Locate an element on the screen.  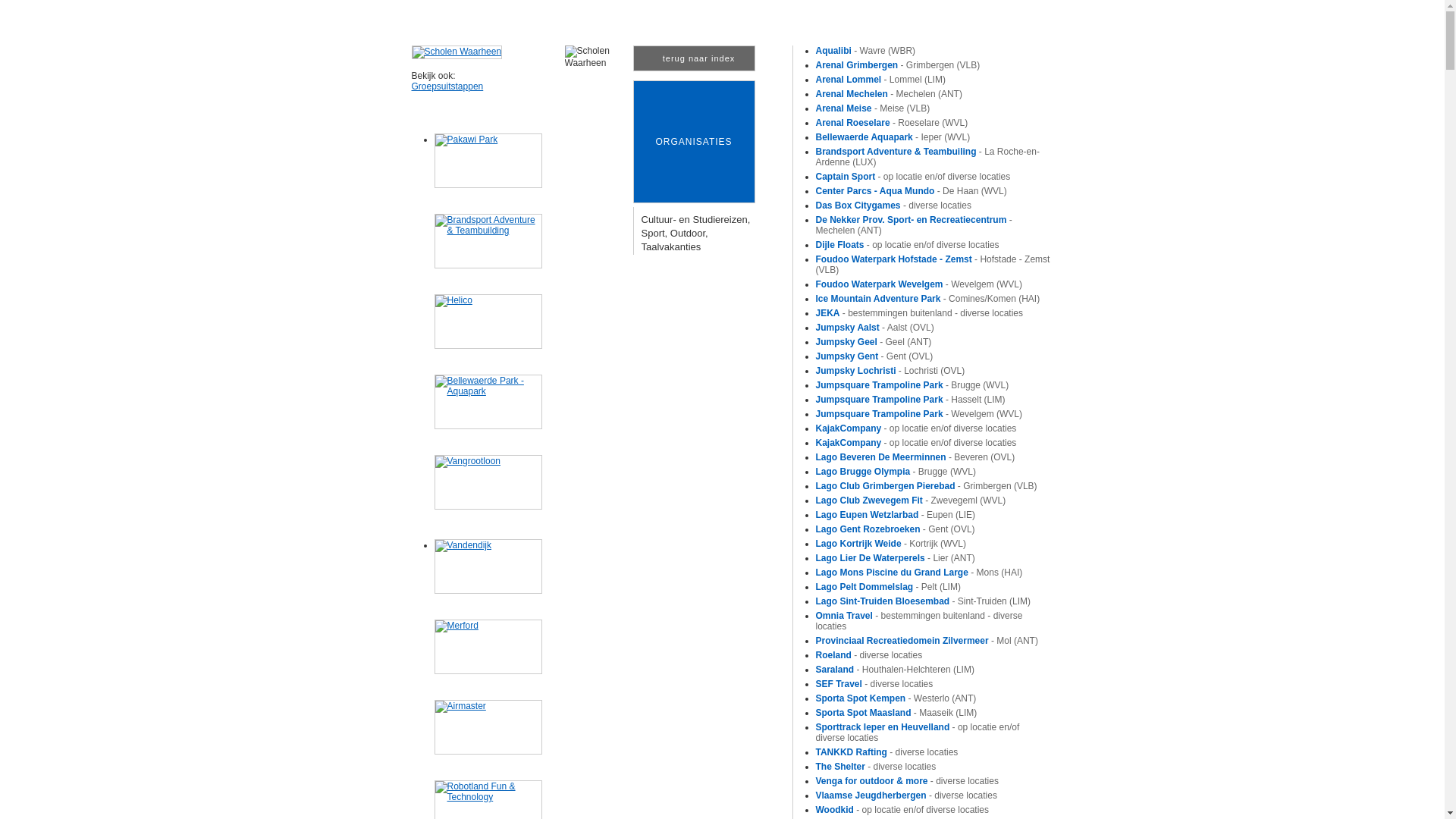
'SEF Travel - diverse locaties' is located at coordinates (874, 684).